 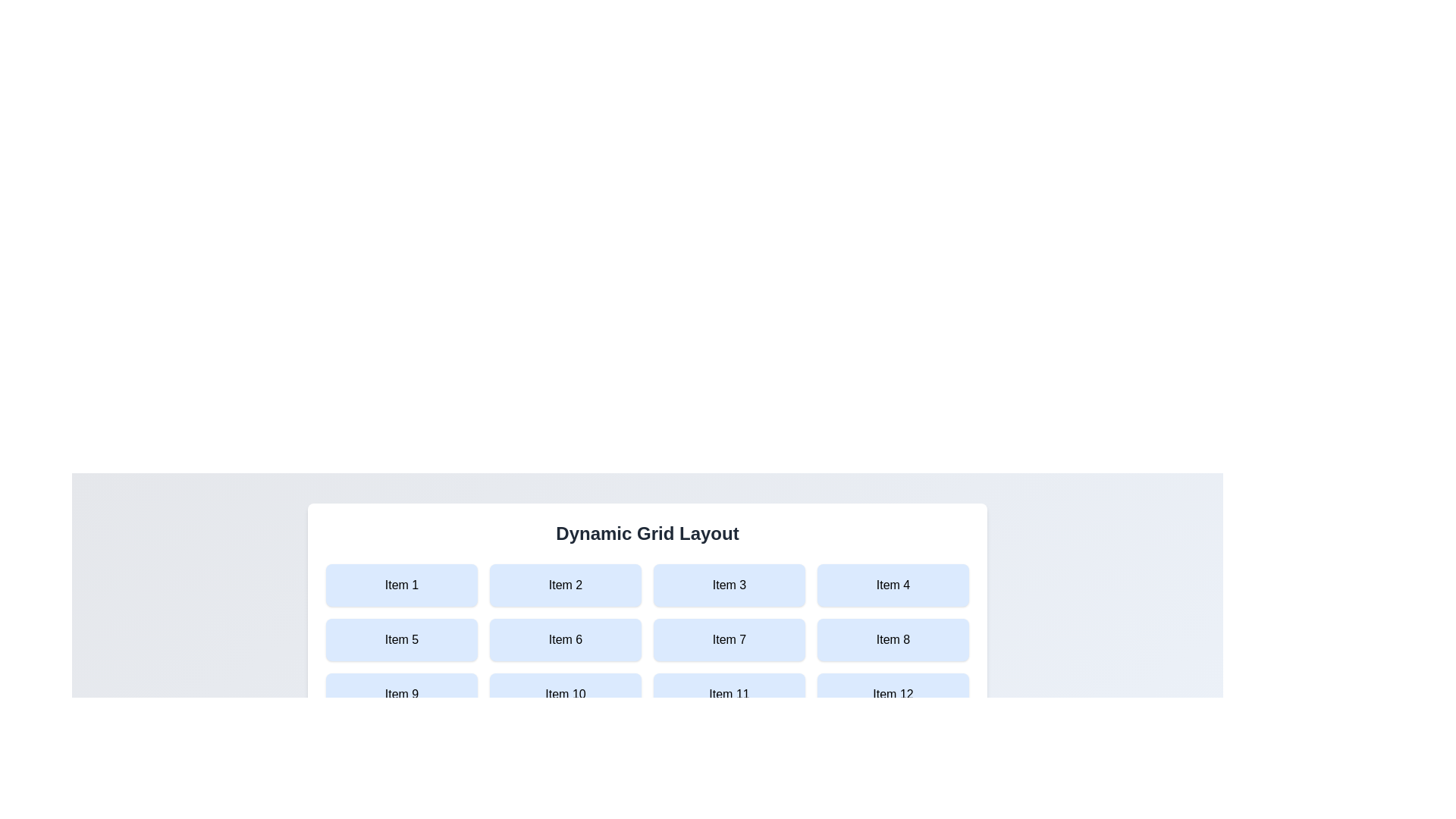 What do you see at coordinates (401, 640) in the screenshot?
I see `the blue button labeled 'Item 5'` at bounding box center [401, 640].